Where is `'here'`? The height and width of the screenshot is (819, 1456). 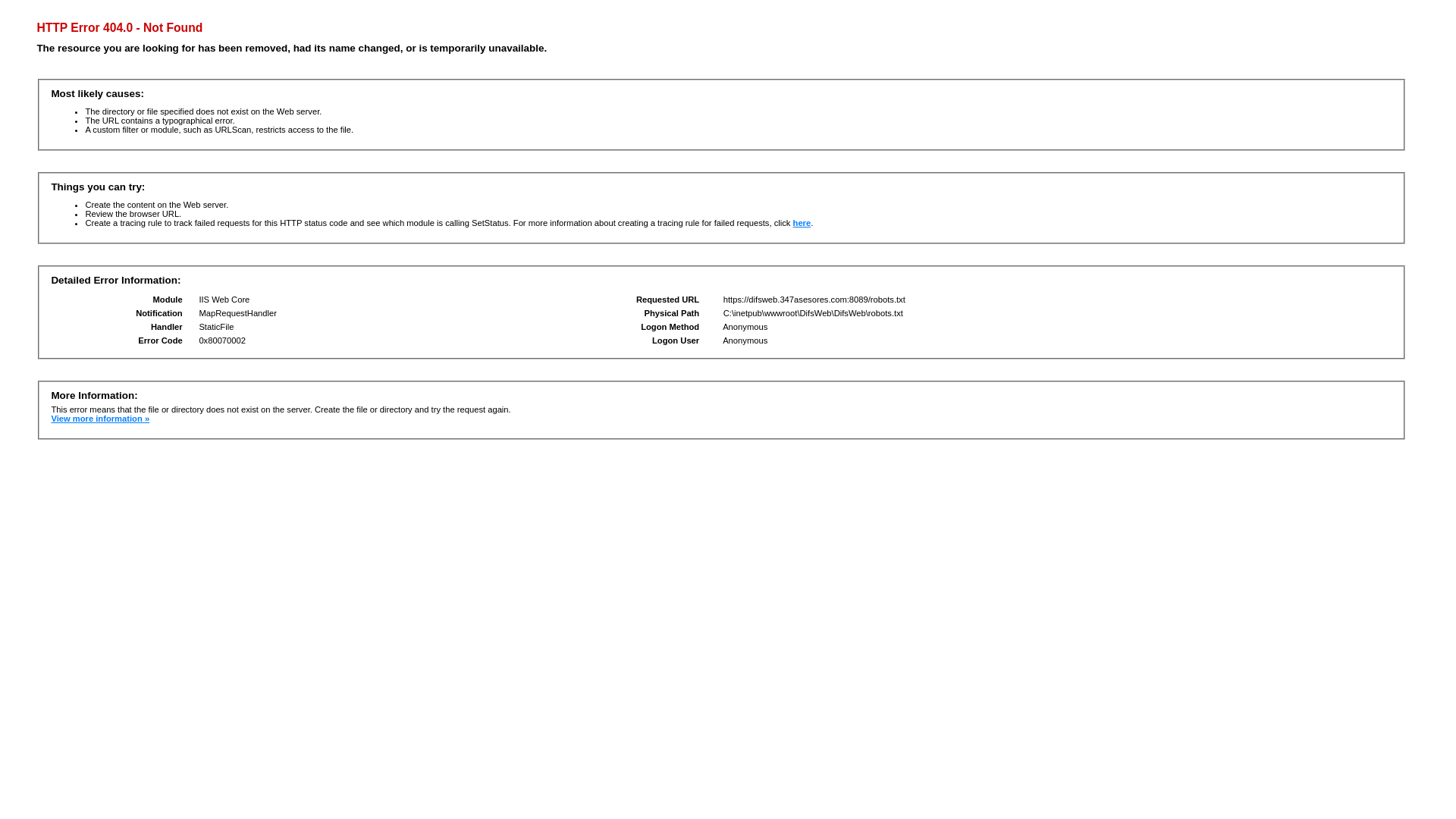 'here' is located at coordinates (792, 222).